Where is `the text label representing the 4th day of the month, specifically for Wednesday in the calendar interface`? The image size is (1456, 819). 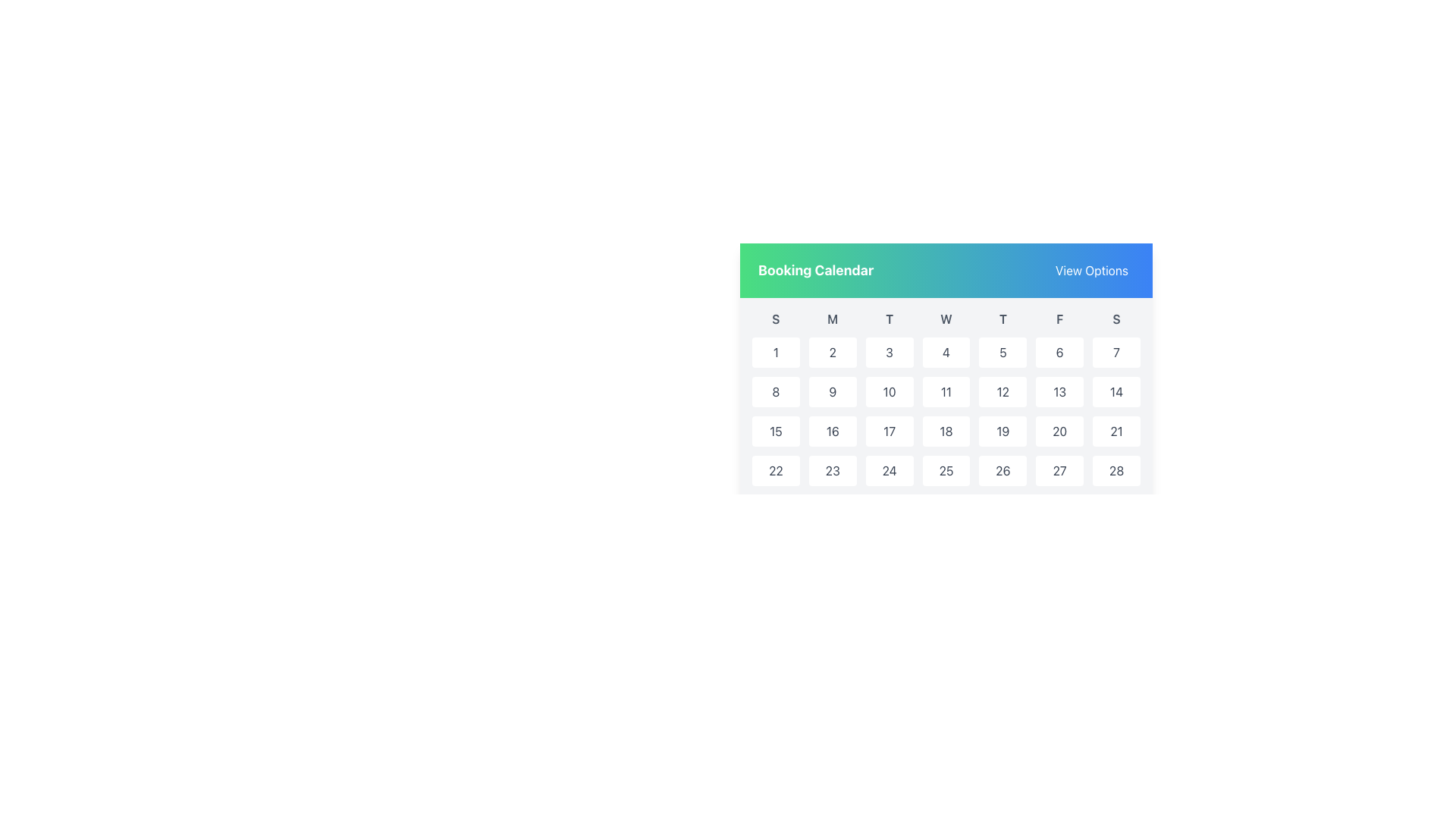 the text label representing the 4th day of the month, specifically for Wednesday in the calendar interface is located at coordinates (946, 353).